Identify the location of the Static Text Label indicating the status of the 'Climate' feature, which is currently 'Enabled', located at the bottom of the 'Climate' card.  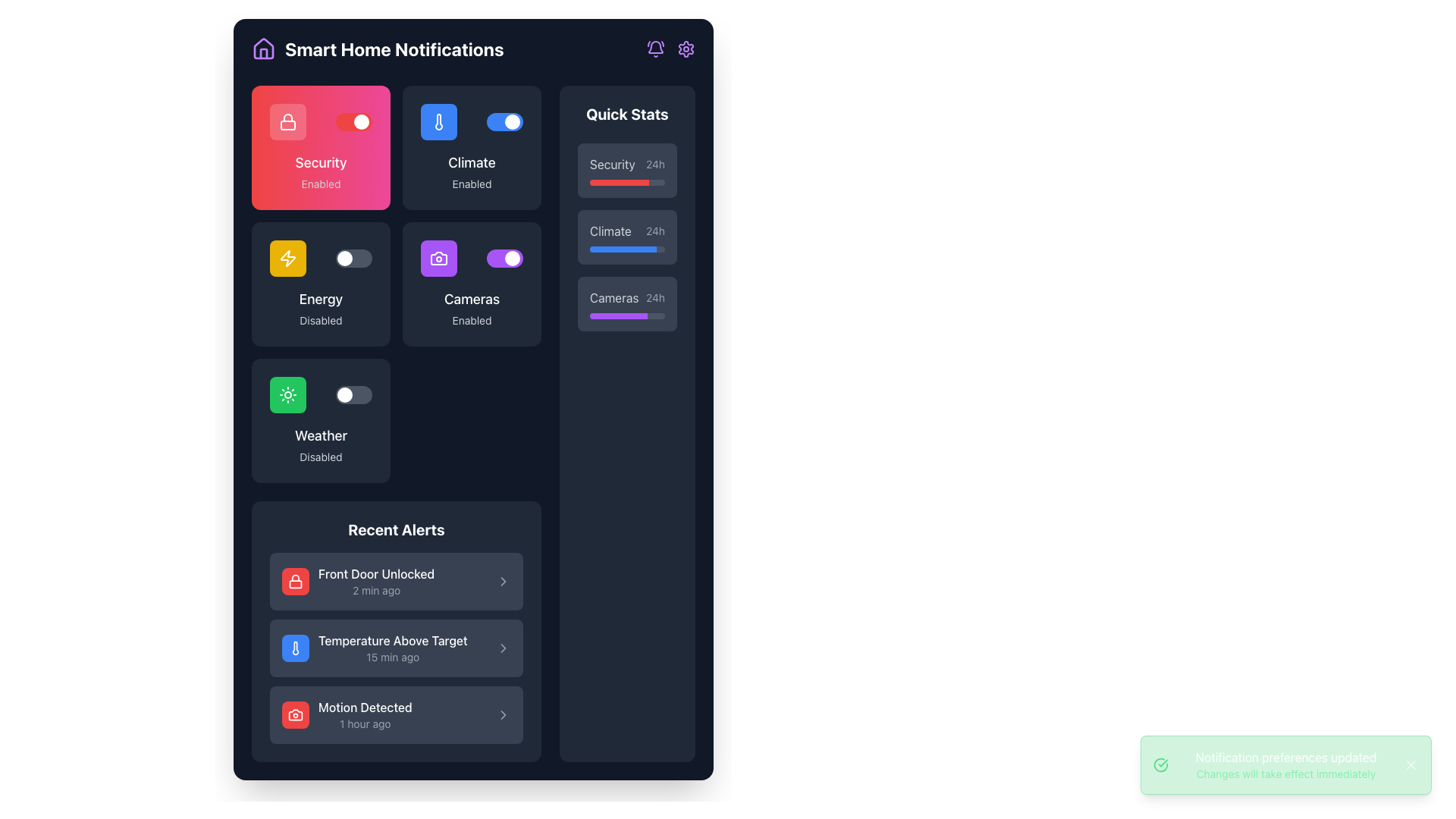
(471, 184).